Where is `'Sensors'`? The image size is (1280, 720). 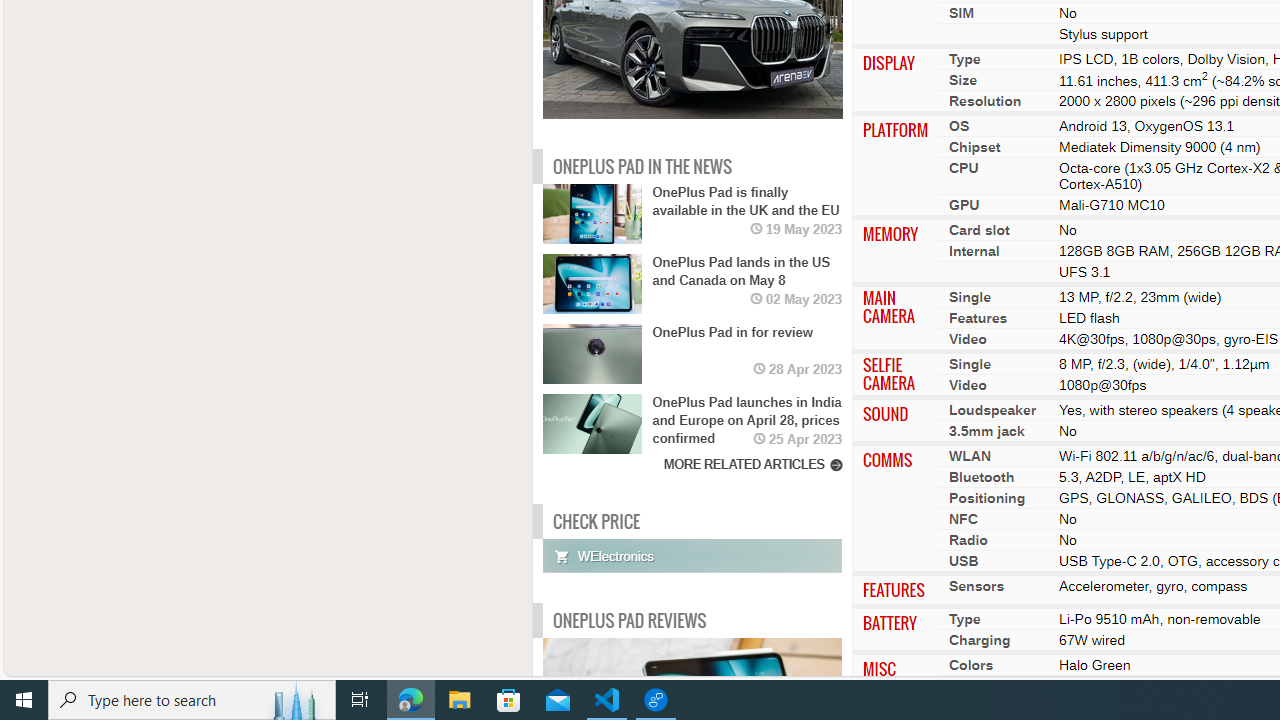
'Sensors' is located at coordinates (976, 585).